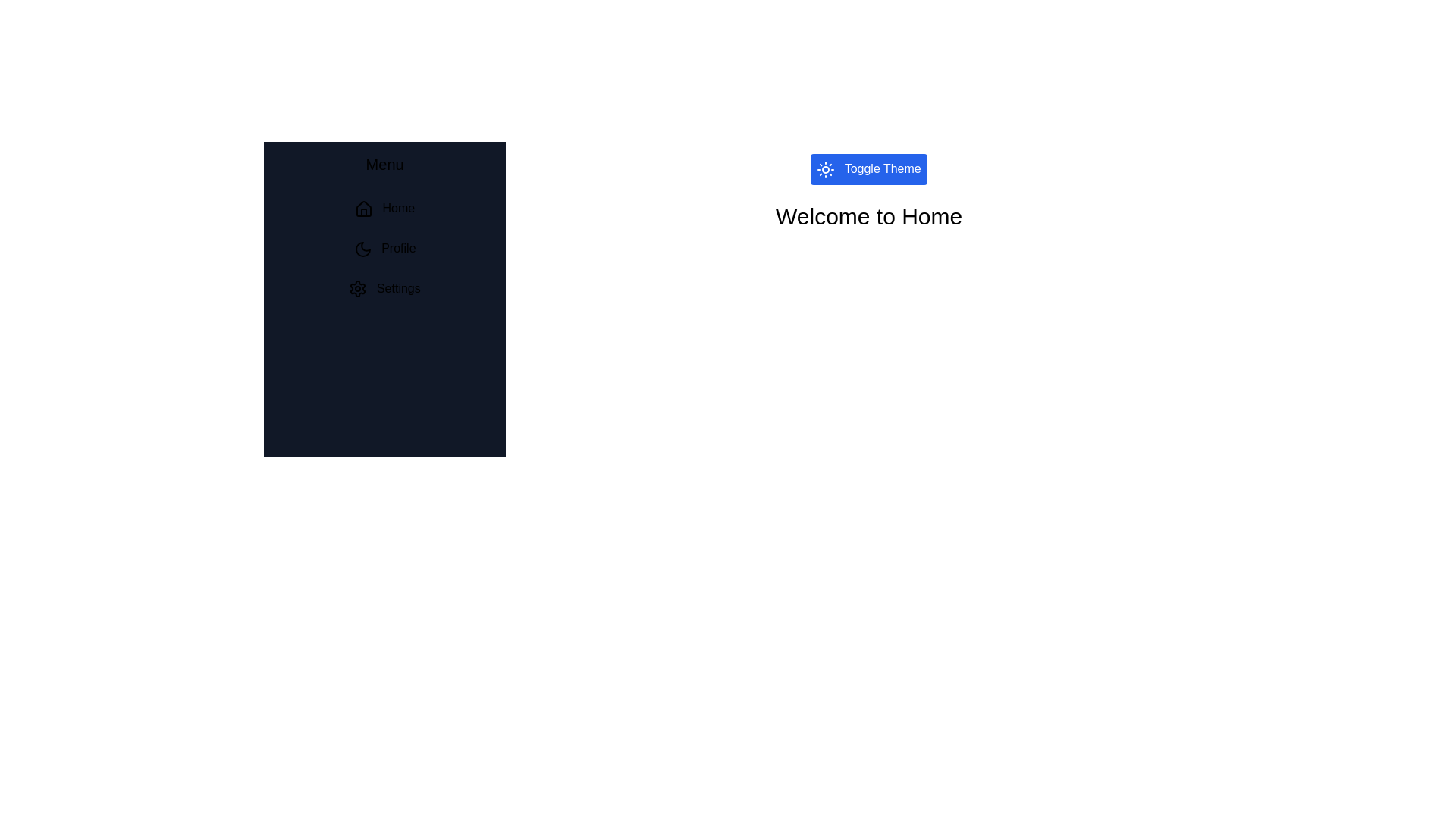 The height and width of the screenshot is (819, 1456). What do you see at coordinates (869, 169) in the screenshot?
I see `the 'Toggle Theme' button to toggle the theme between light and dark modes` at bounding box center [869, 169].